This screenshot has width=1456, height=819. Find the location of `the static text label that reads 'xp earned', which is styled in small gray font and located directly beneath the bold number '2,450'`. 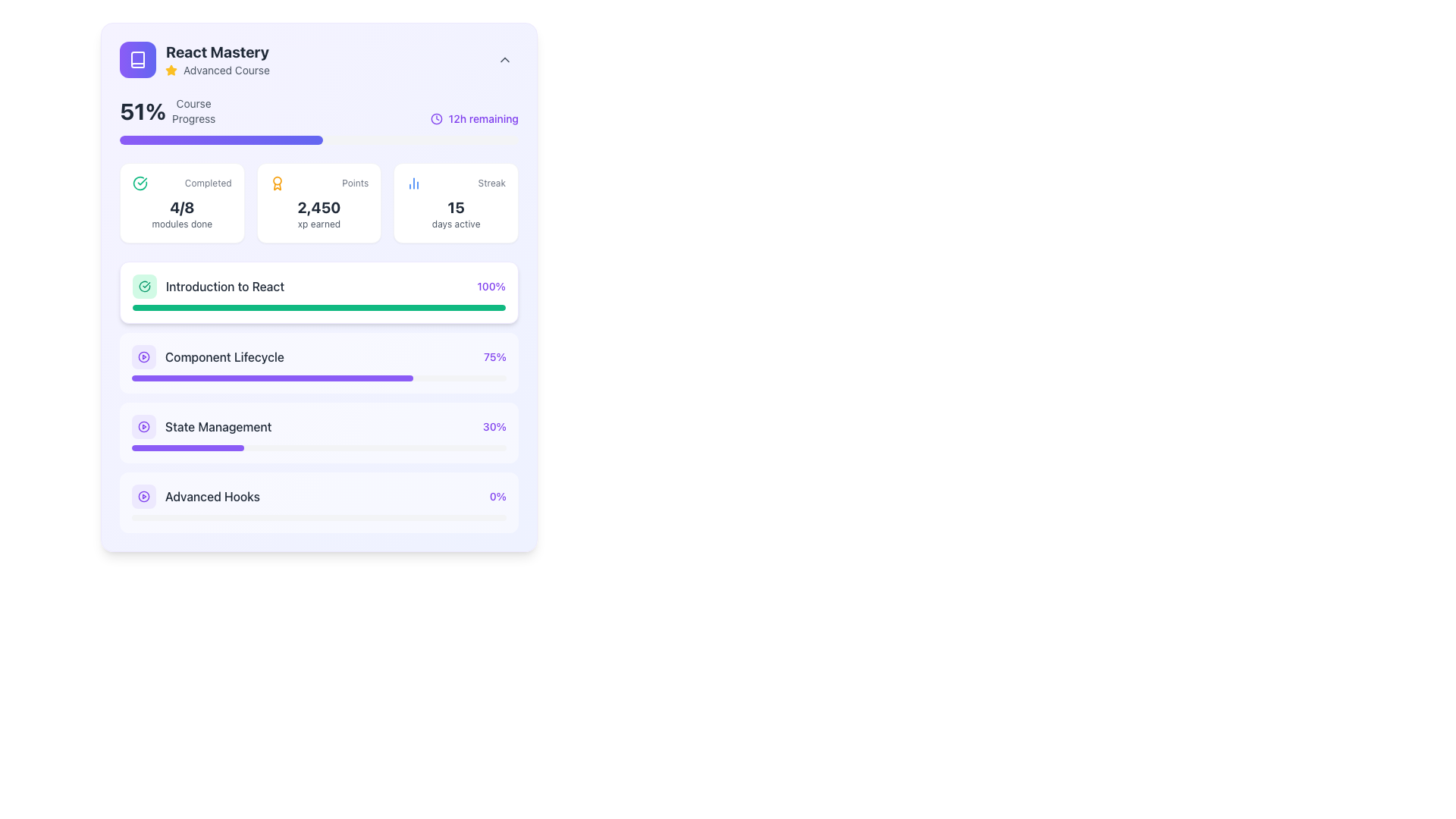

the static text label that reads 'xp earned', which is styled in small gray font and located directly beneath the bold number '2,450' is located at coordinates (318, 224).